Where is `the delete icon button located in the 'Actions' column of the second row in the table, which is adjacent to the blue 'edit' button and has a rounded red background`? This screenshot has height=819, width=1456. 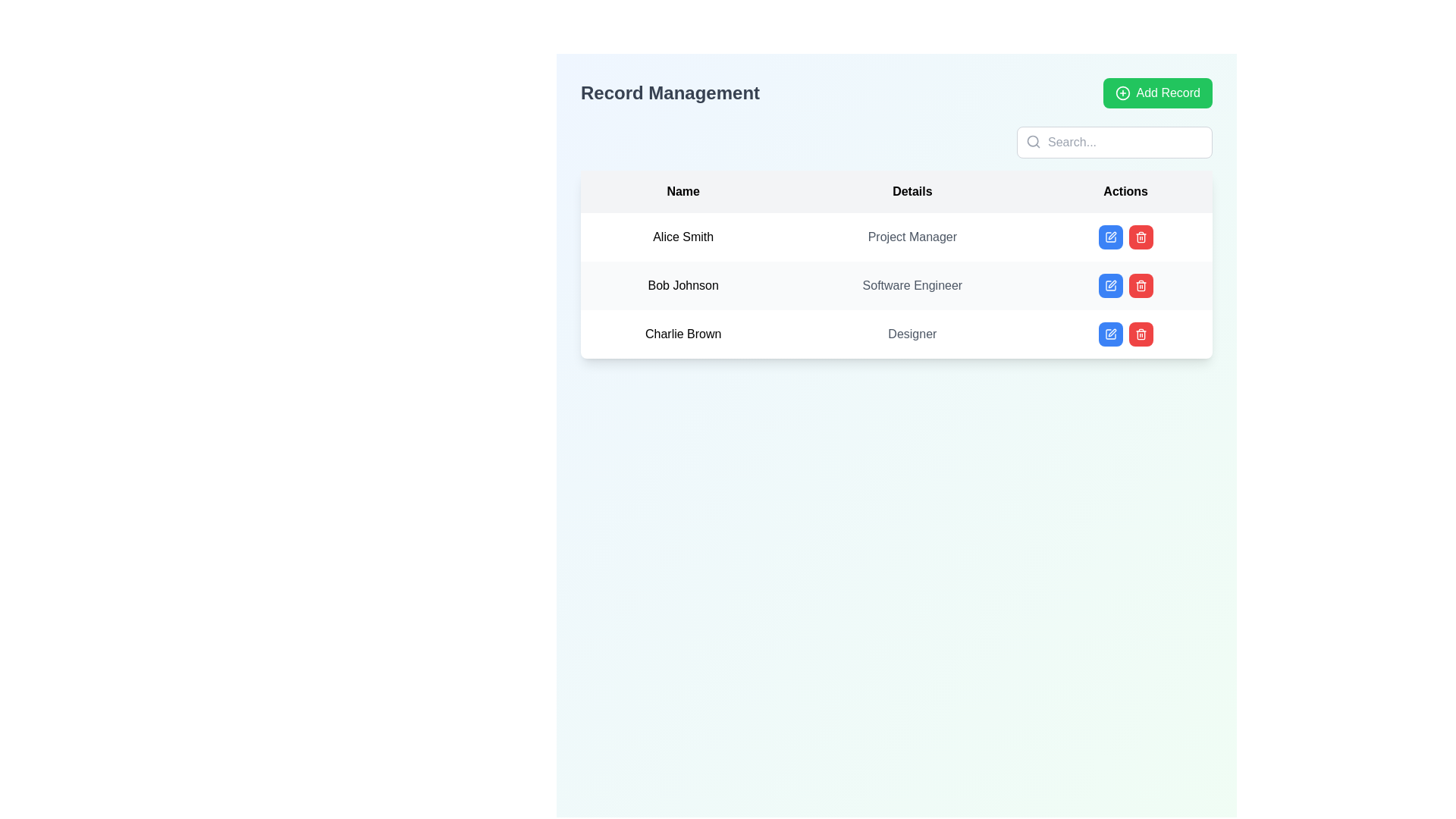 the delete icon button located in the 'Actions' column of the second row in the table, which is adjacent to the blue 'edit' button and has a rounded red background is located at coordinates (1141, 286).